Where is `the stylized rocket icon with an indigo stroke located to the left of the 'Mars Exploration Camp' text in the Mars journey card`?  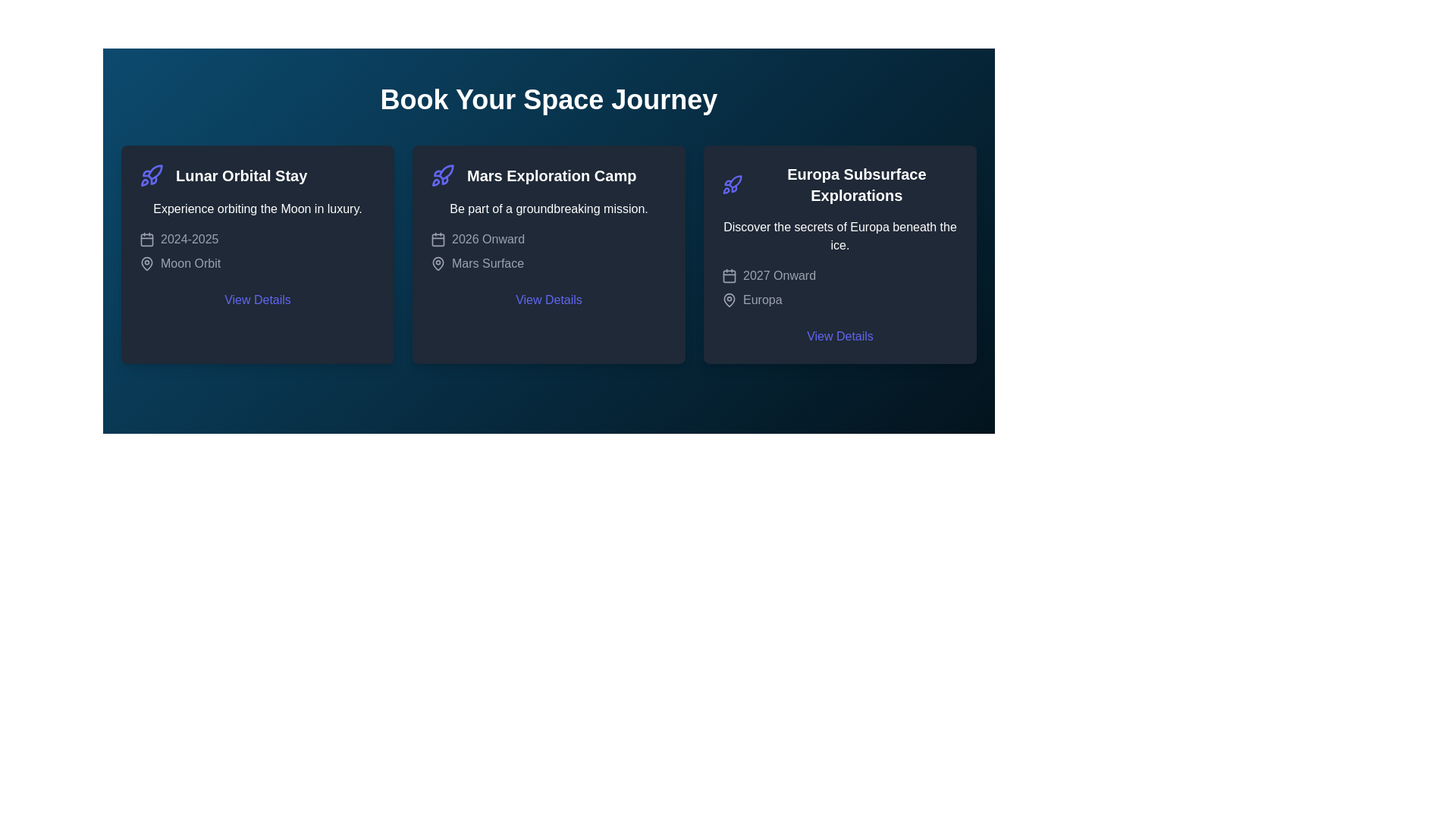 the stylized rocket icon with an indigo stroke located to the left of the 'Mars Exploration Camp' text in the Mars journey card is located at coordinates (442, 174).